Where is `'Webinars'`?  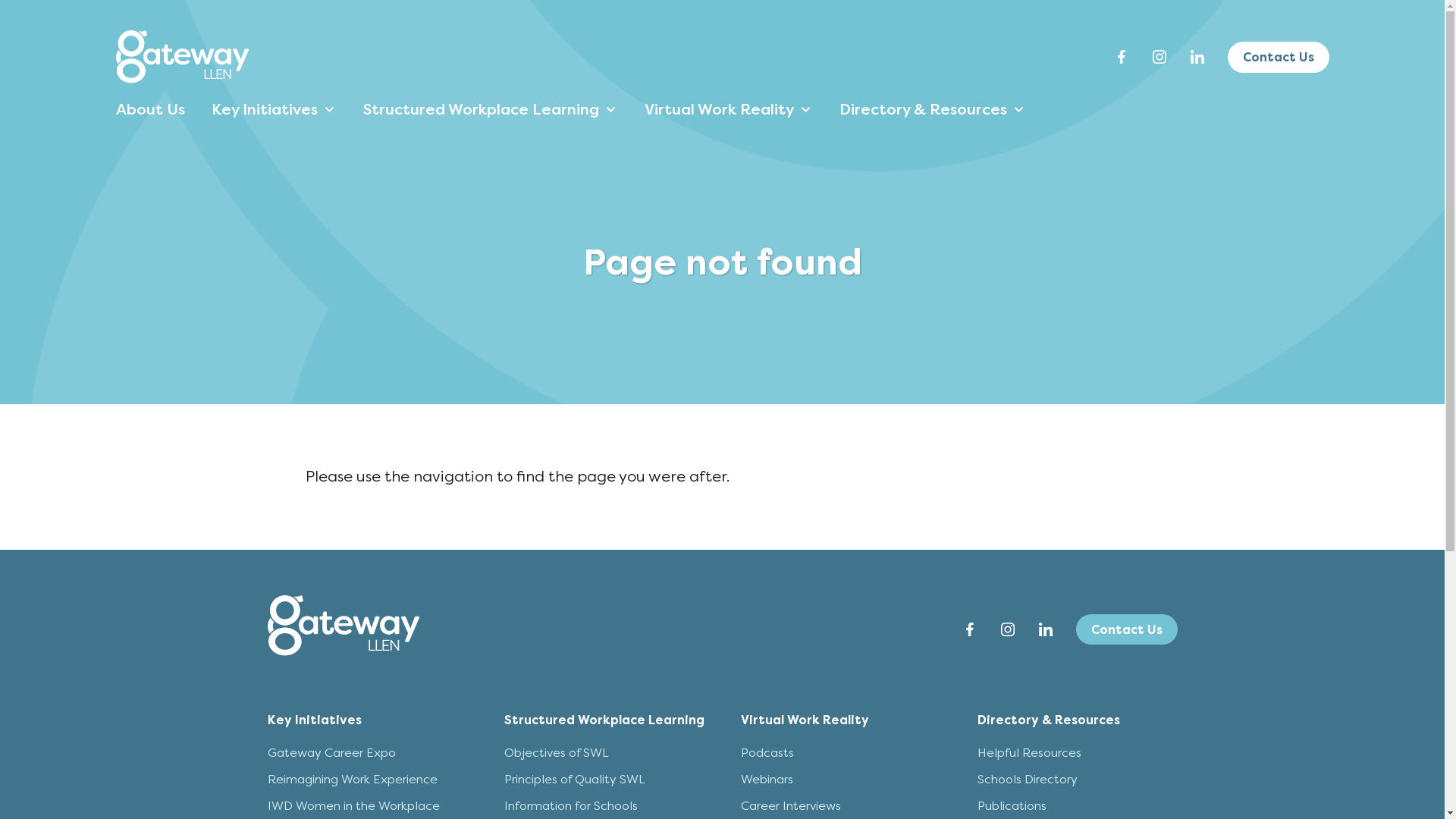 'Webinars' is located at coordinates (766, 779).